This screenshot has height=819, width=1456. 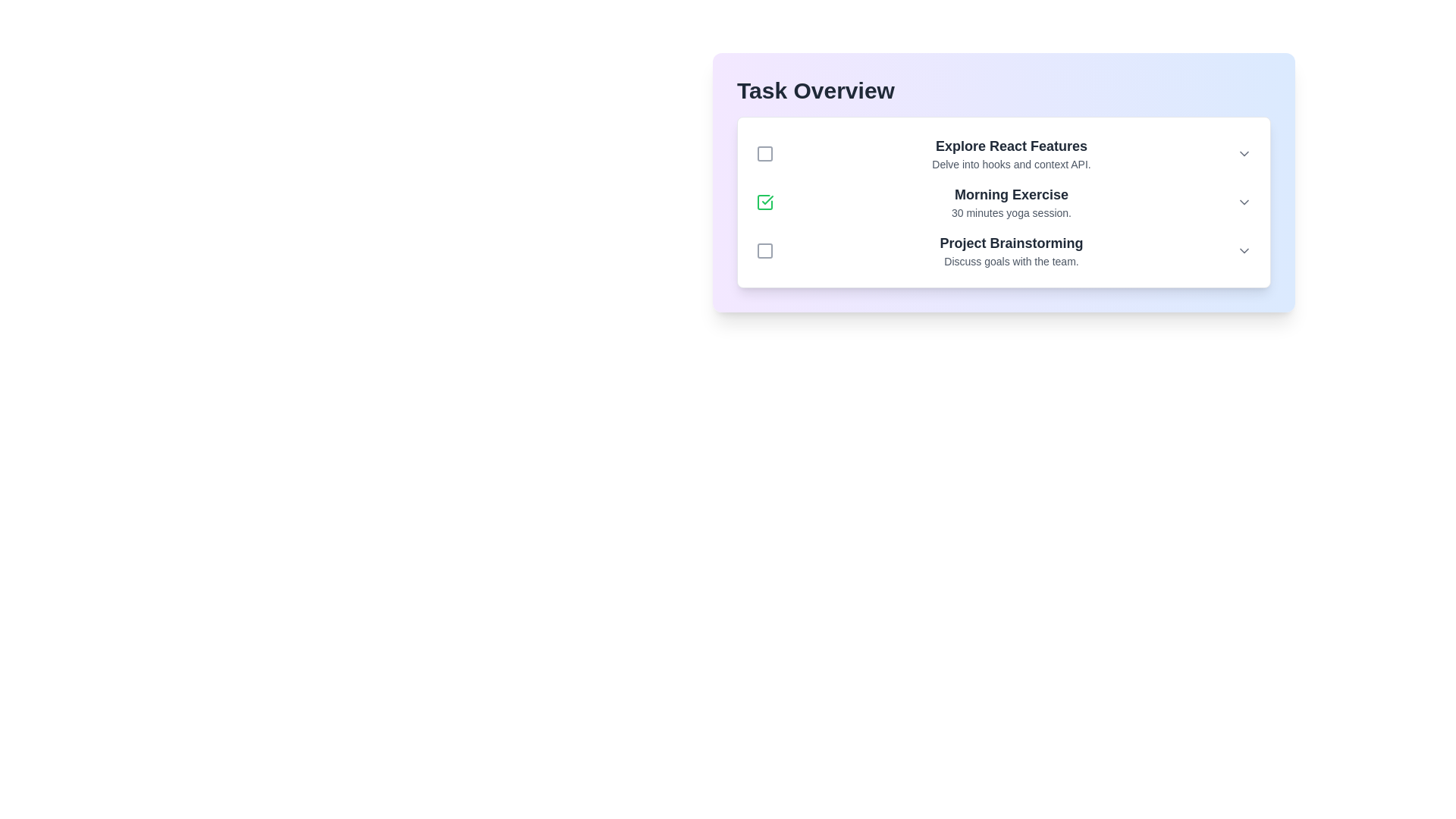 What do you see at coordinates (1244, 250) in the screenshot?
I see `the ChevronDown icon corresponding to the task titled Project Brainstorming to expand its details` at bounding box center [1244, 250].